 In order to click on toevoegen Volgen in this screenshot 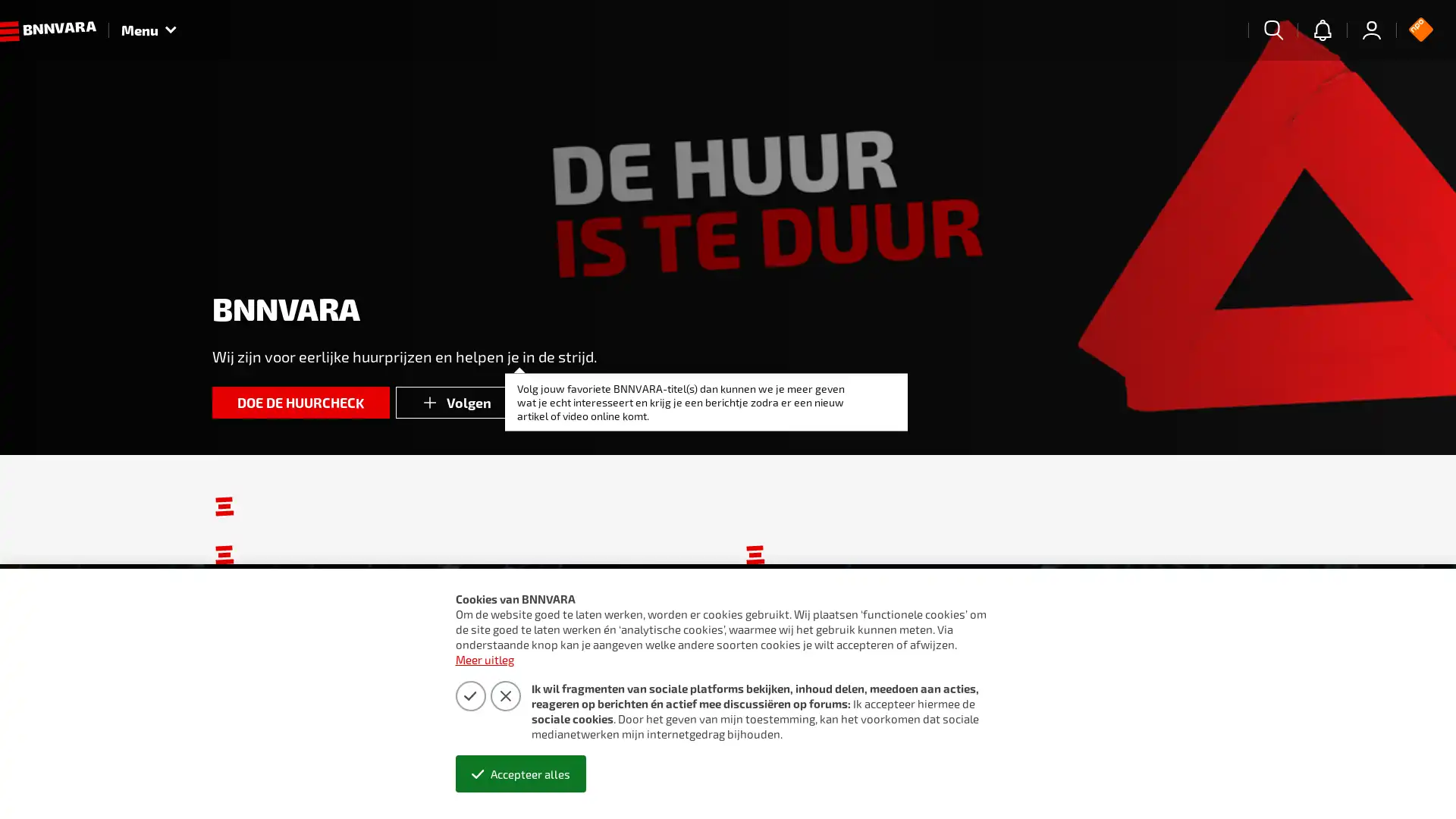, I will do `click(456, 402)`.